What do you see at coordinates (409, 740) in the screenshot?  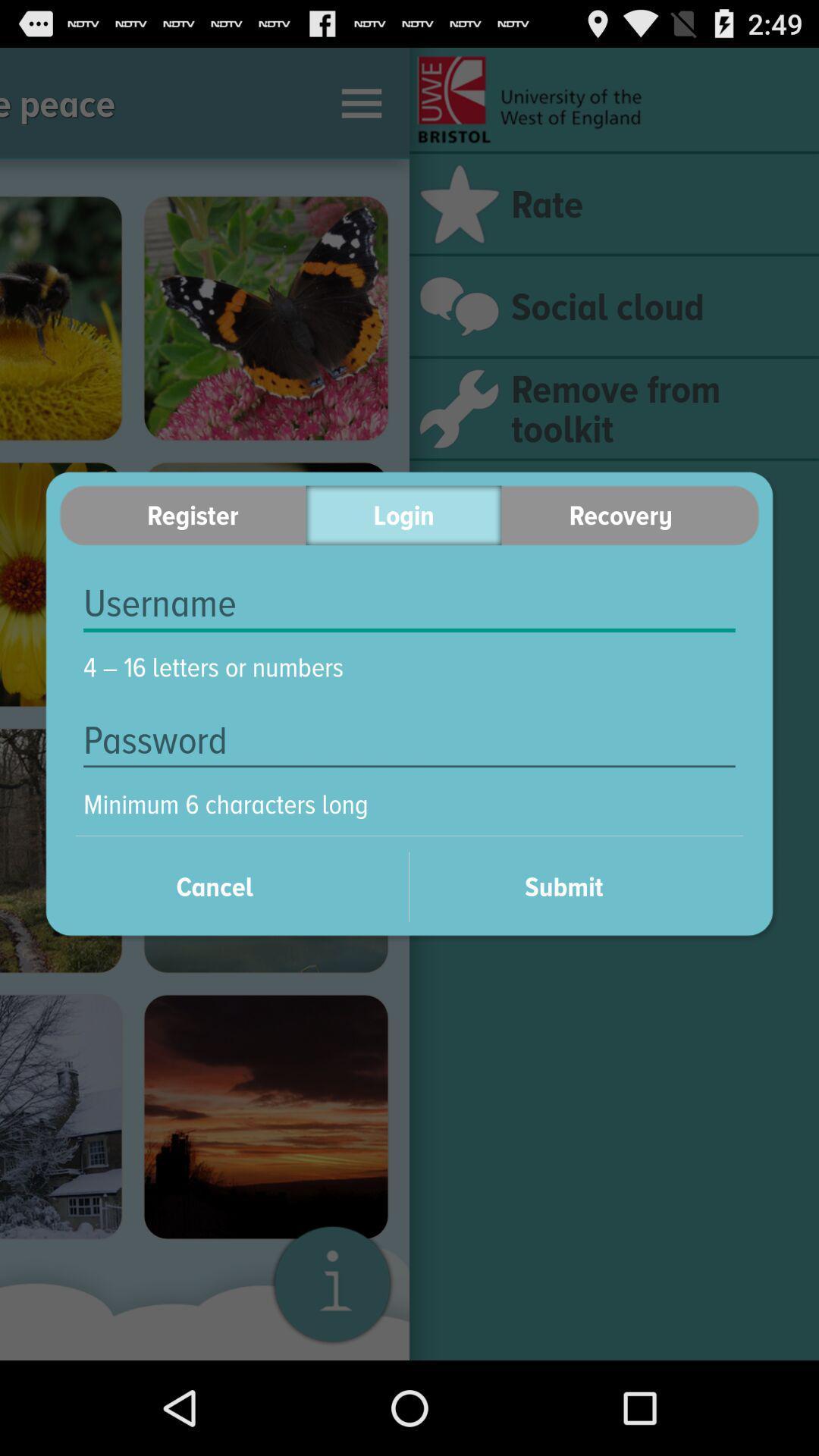 I see `password` at bounding box center [409, 740].